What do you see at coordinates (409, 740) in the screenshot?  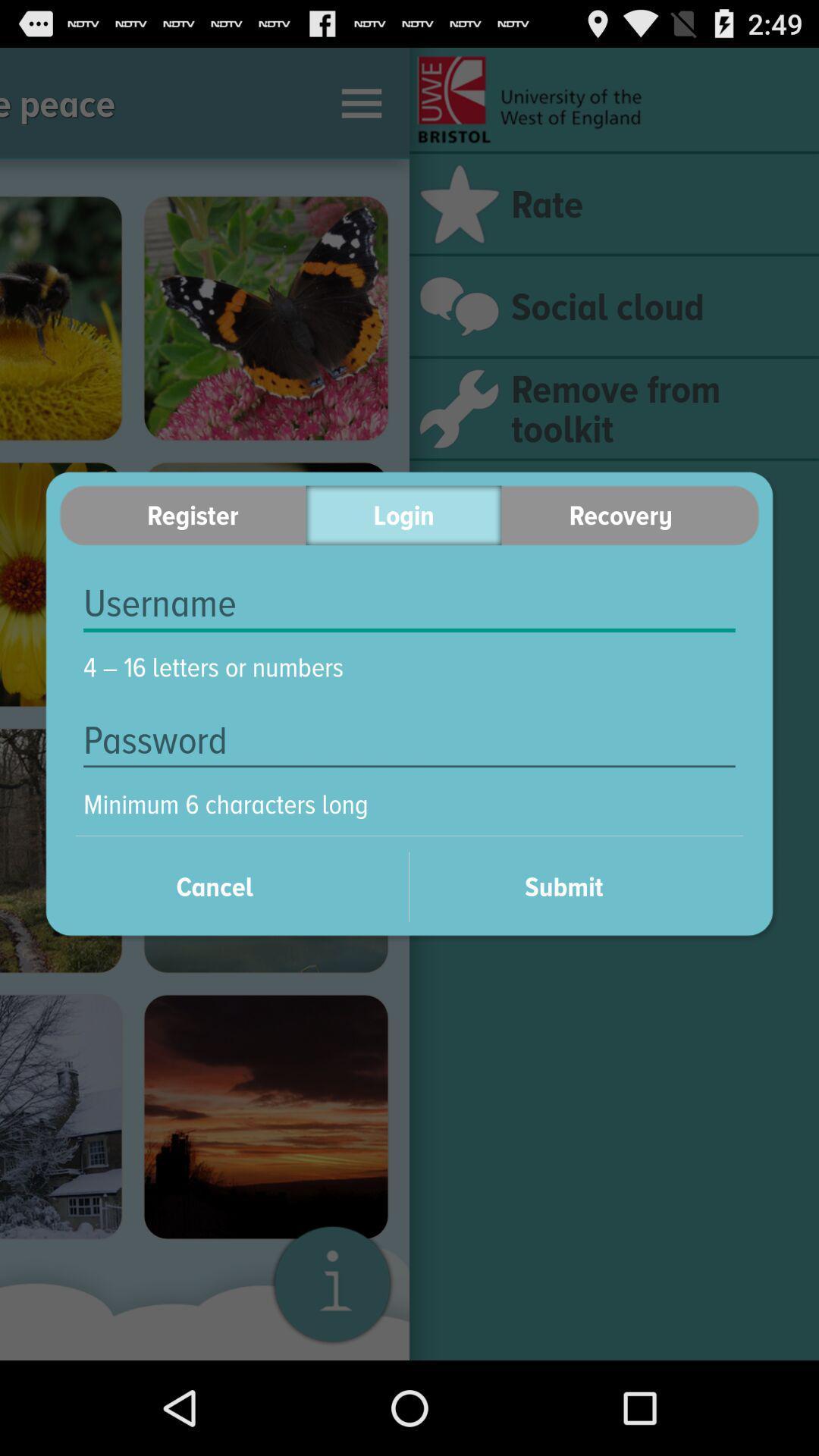 I see `password` at bounding box center [409, 740].